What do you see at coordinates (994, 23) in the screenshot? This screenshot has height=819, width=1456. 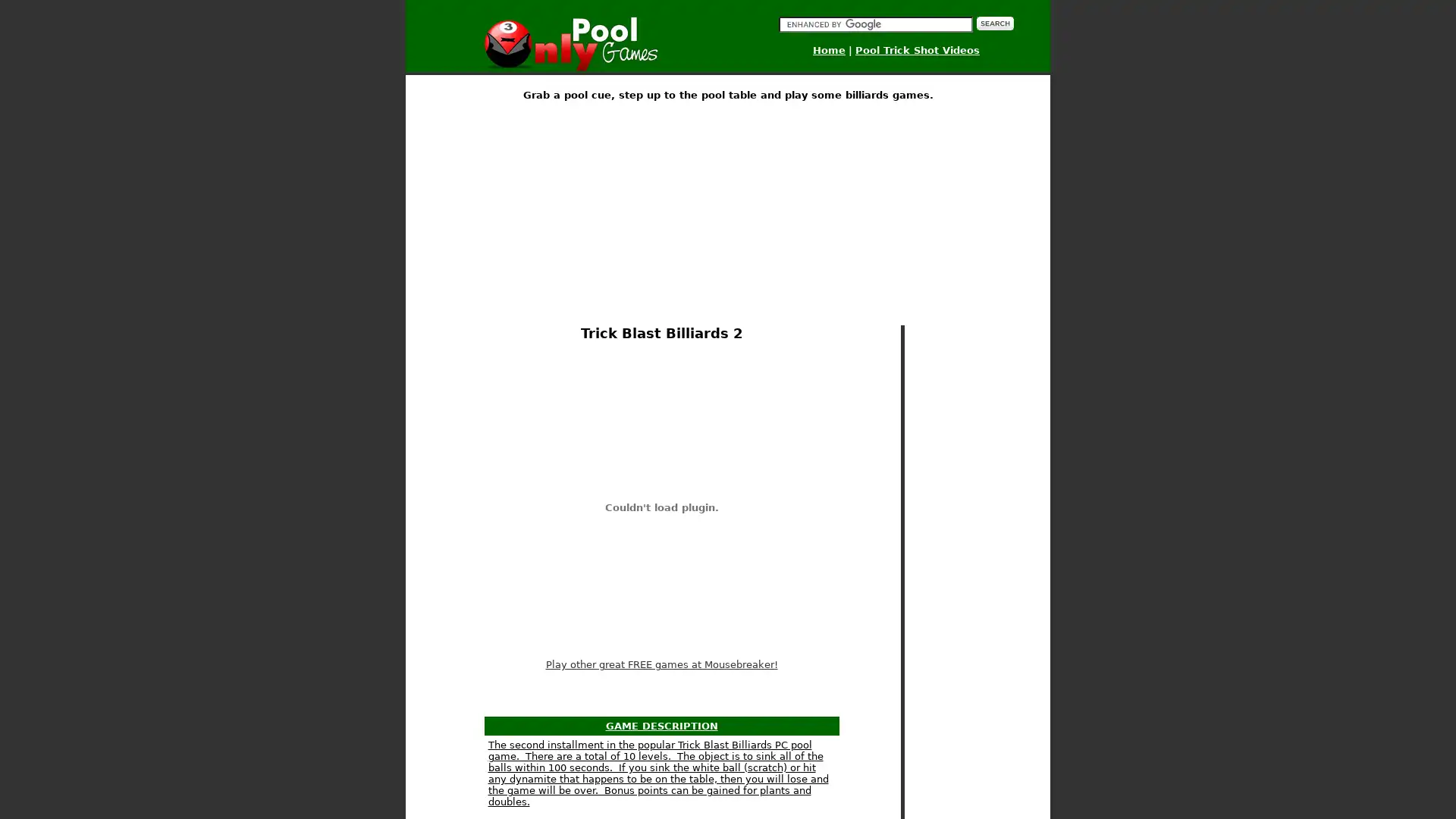 I see `Submit` at bounding box center [994, 23].